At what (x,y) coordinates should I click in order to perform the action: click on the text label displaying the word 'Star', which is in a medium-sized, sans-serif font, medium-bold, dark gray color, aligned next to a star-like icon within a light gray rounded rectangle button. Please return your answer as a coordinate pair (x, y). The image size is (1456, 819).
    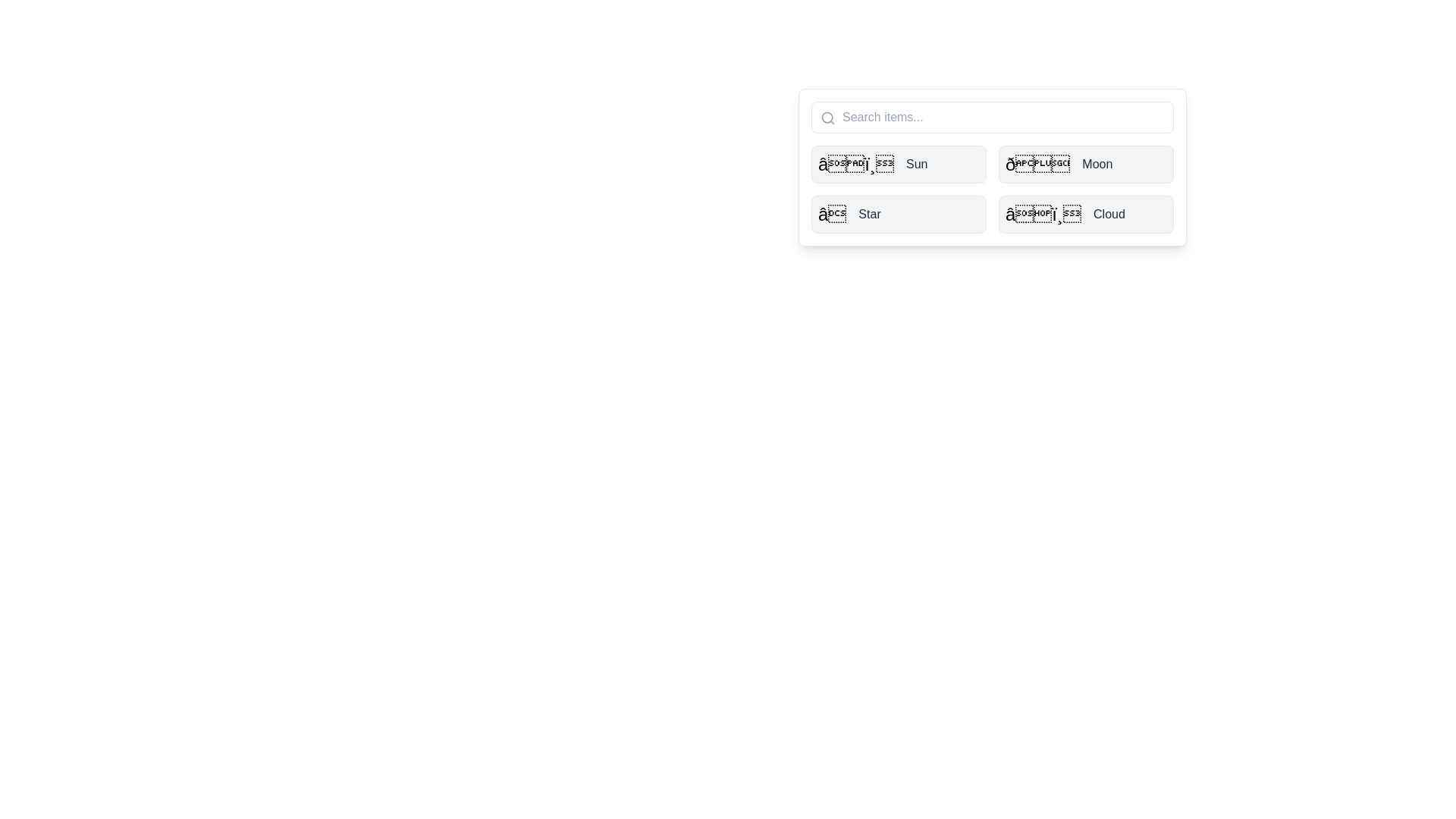
    Looking at the image, I should click on (870, 214).